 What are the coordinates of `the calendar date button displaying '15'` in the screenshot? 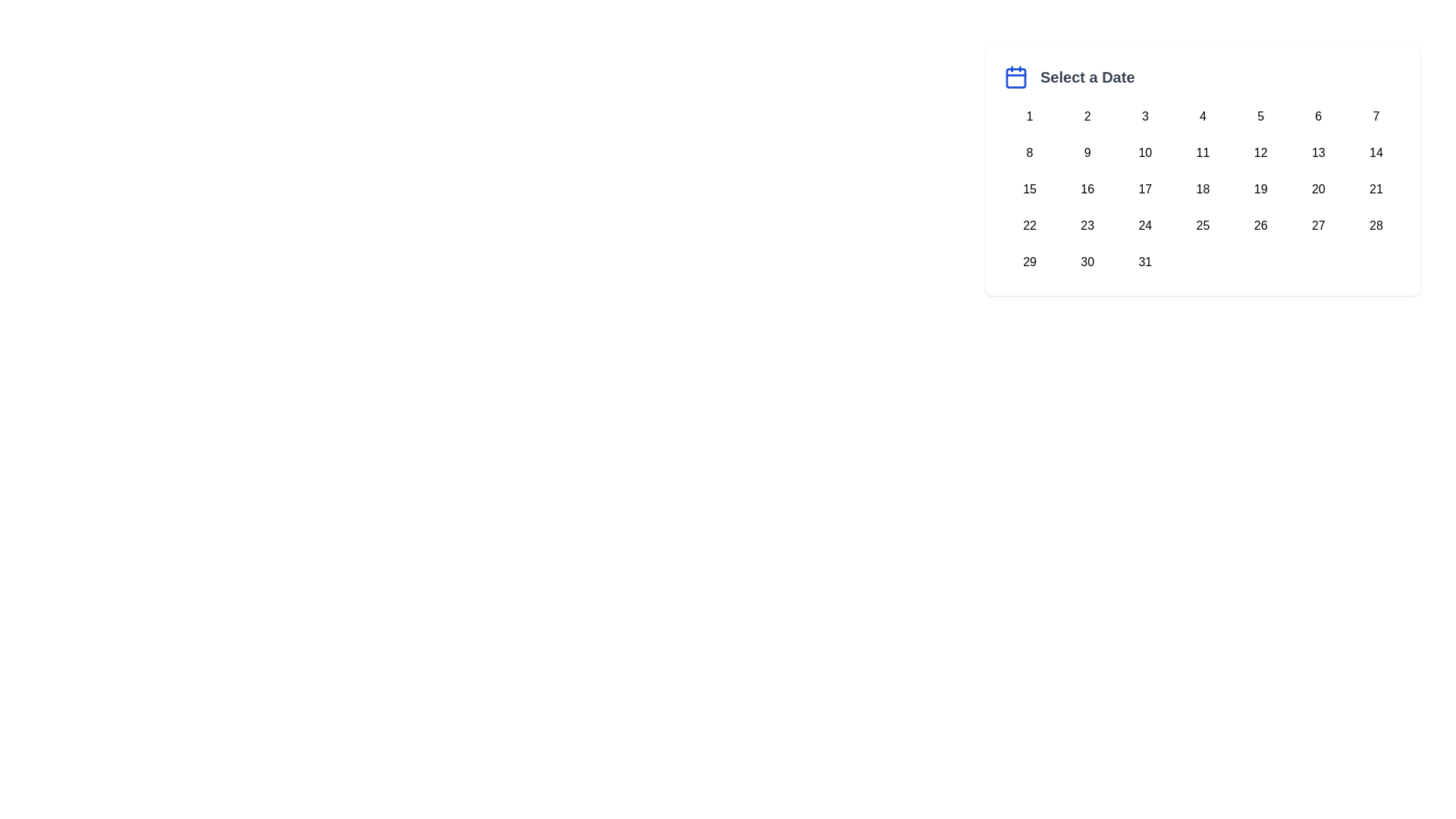 It's located at (1030, 189).